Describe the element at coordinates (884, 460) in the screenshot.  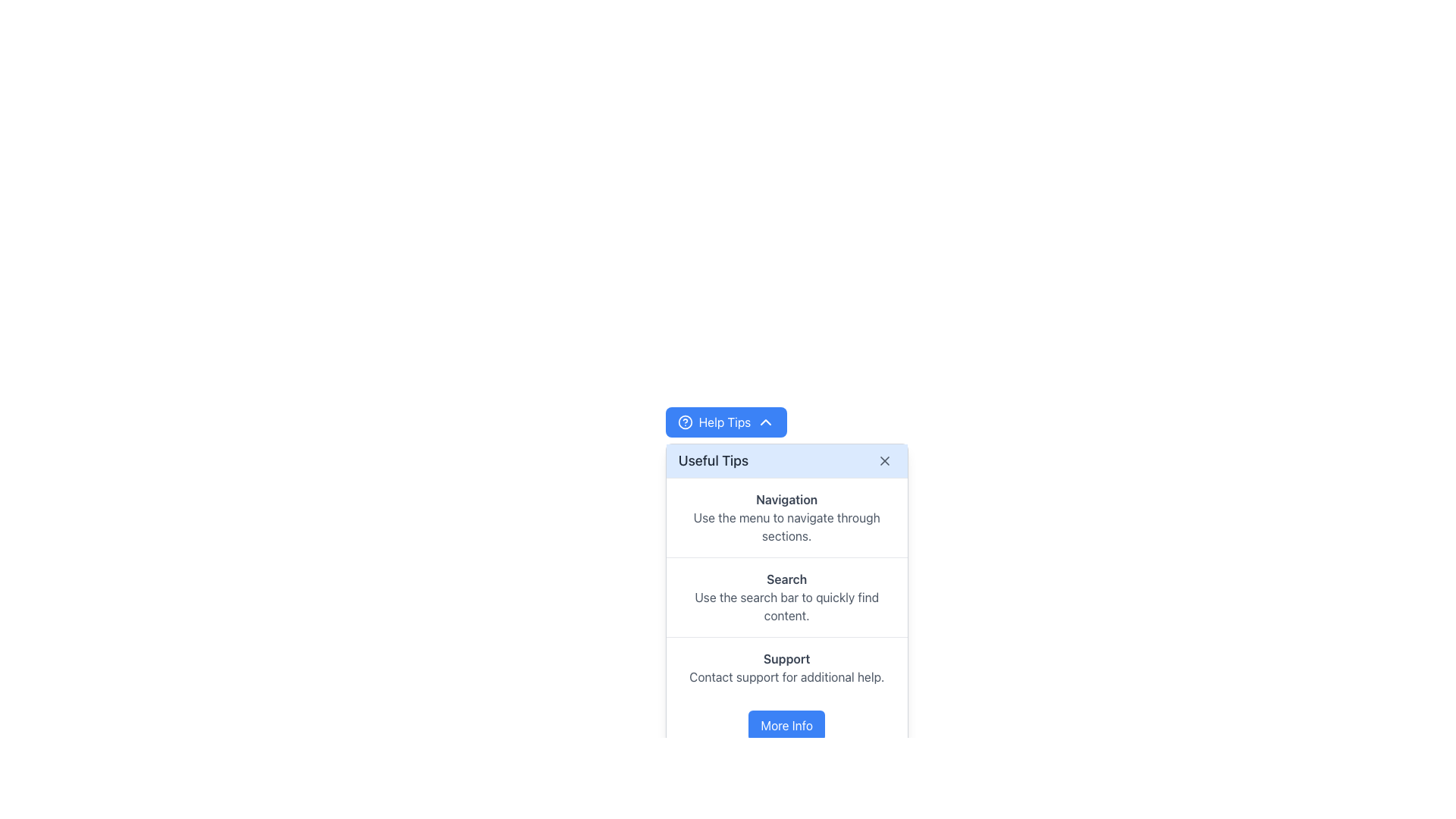
I see `the close button represented by an 'X' icon in gray on a light blue background, located at the top-right corner of the 'Useful Tips' popup header` at that location.